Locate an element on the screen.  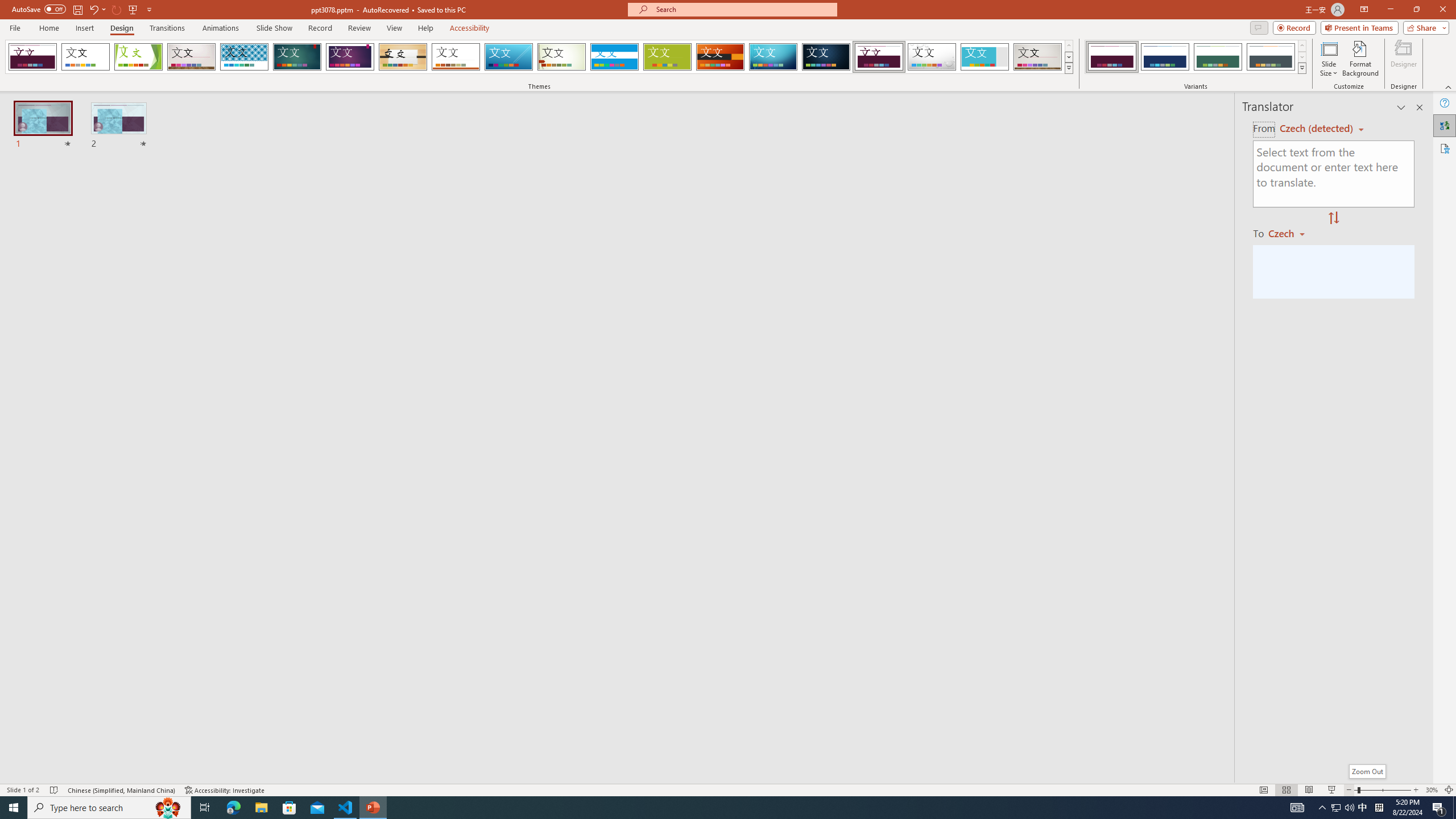
'Zoom 30%' is located at coordinates (1431, 790).